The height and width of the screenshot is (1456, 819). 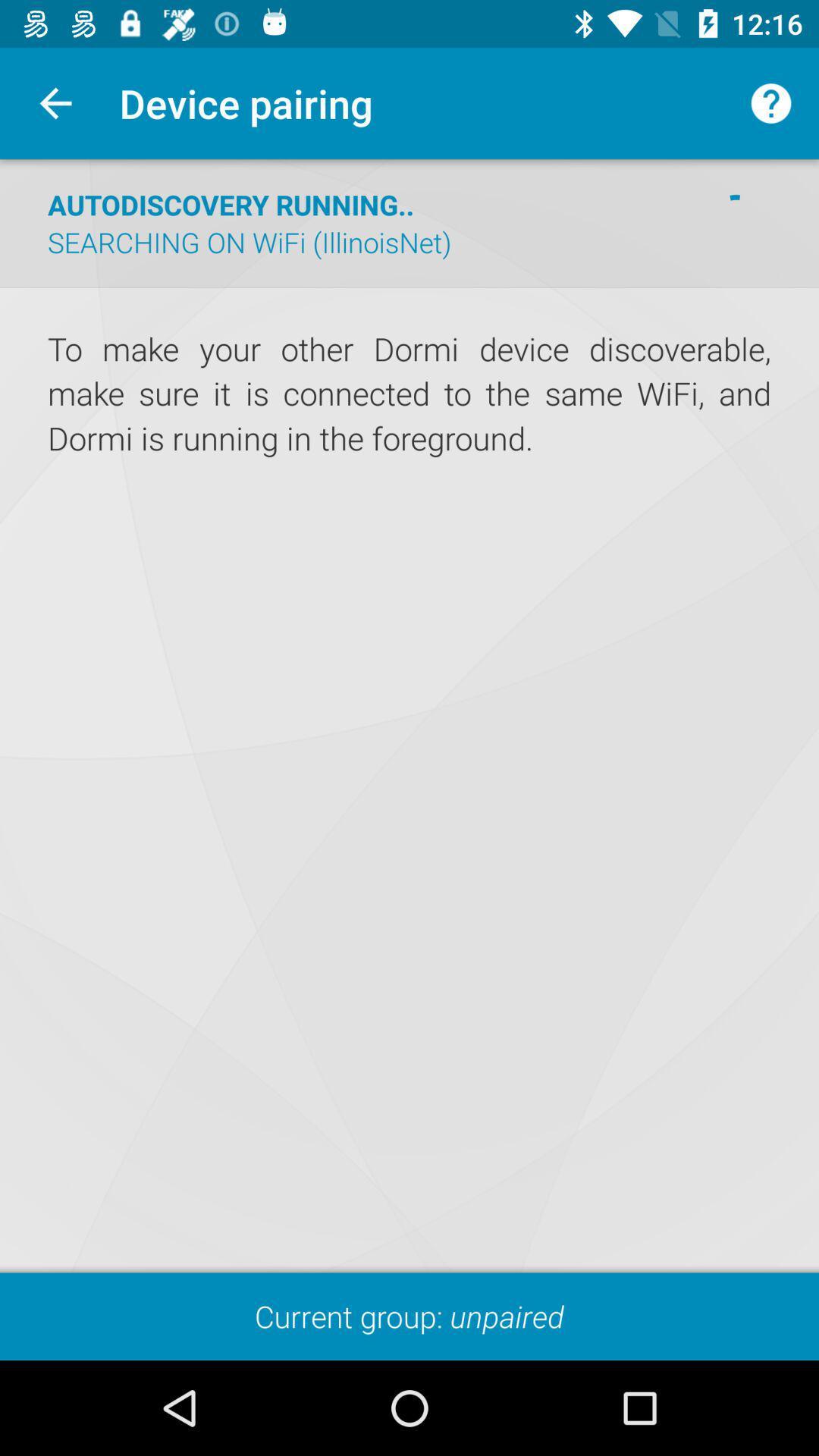 I want to click on searching on wifi icon, so click(x=249, y=241).